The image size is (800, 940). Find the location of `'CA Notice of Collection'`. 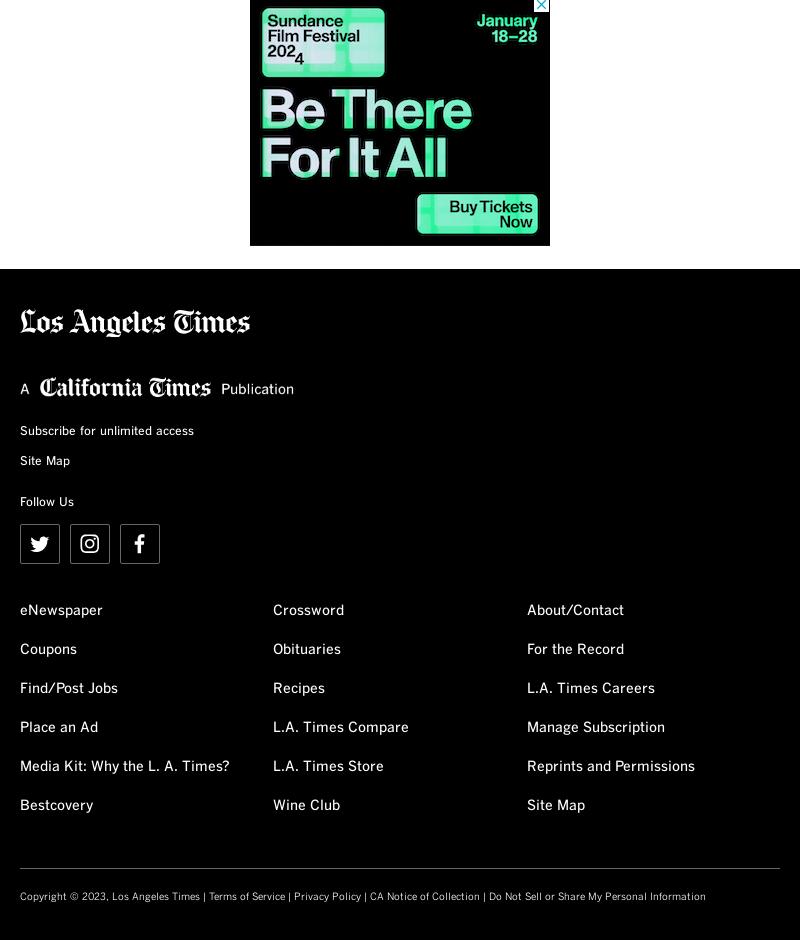

'CA Notice of Collection' is located at coordinates (369, 897).